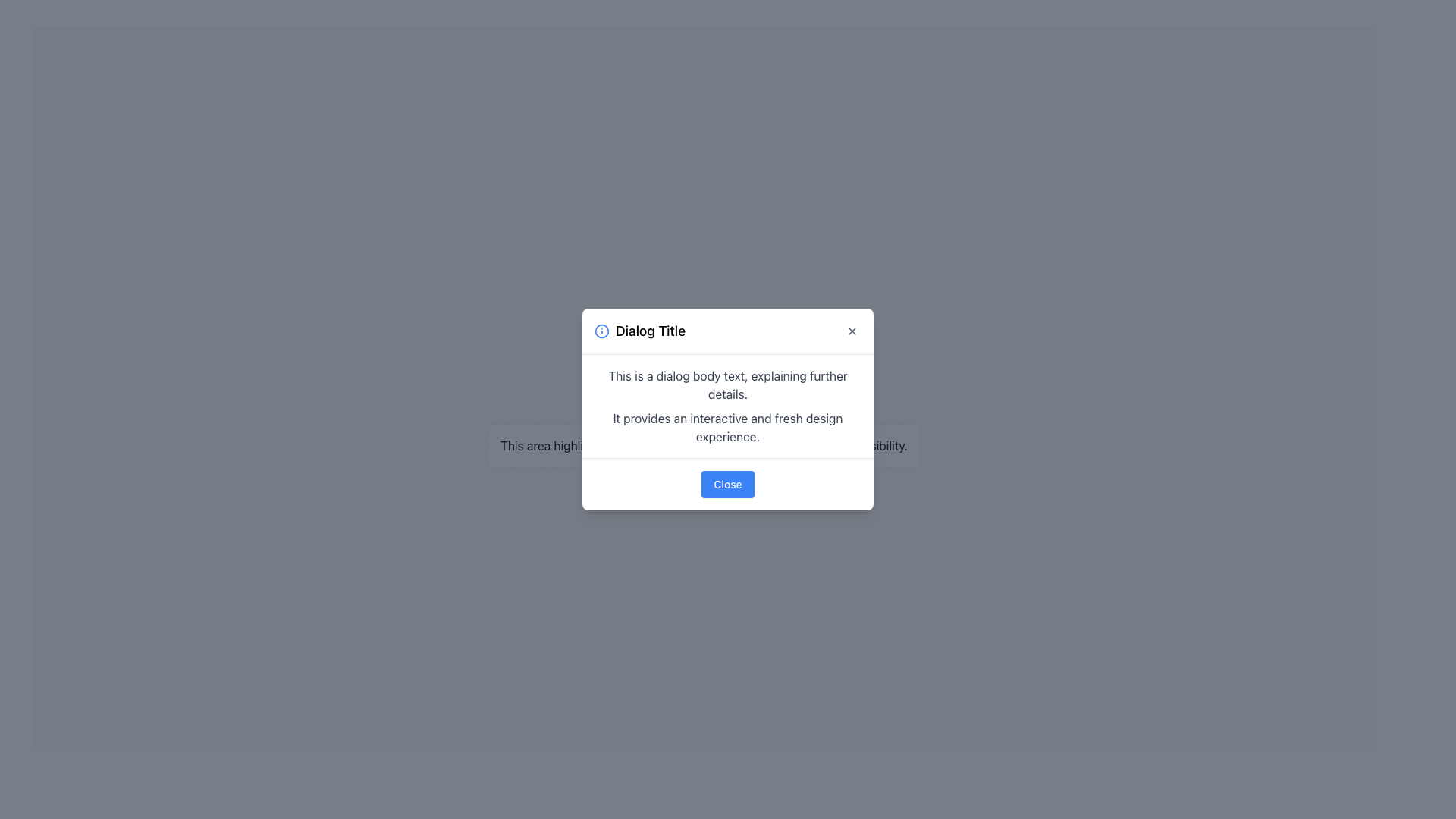  Describe the element at coordinates (728, 485) in the screenshot. I see `the close button located at the bottom-center of the dialog box to change its background color` at that location.